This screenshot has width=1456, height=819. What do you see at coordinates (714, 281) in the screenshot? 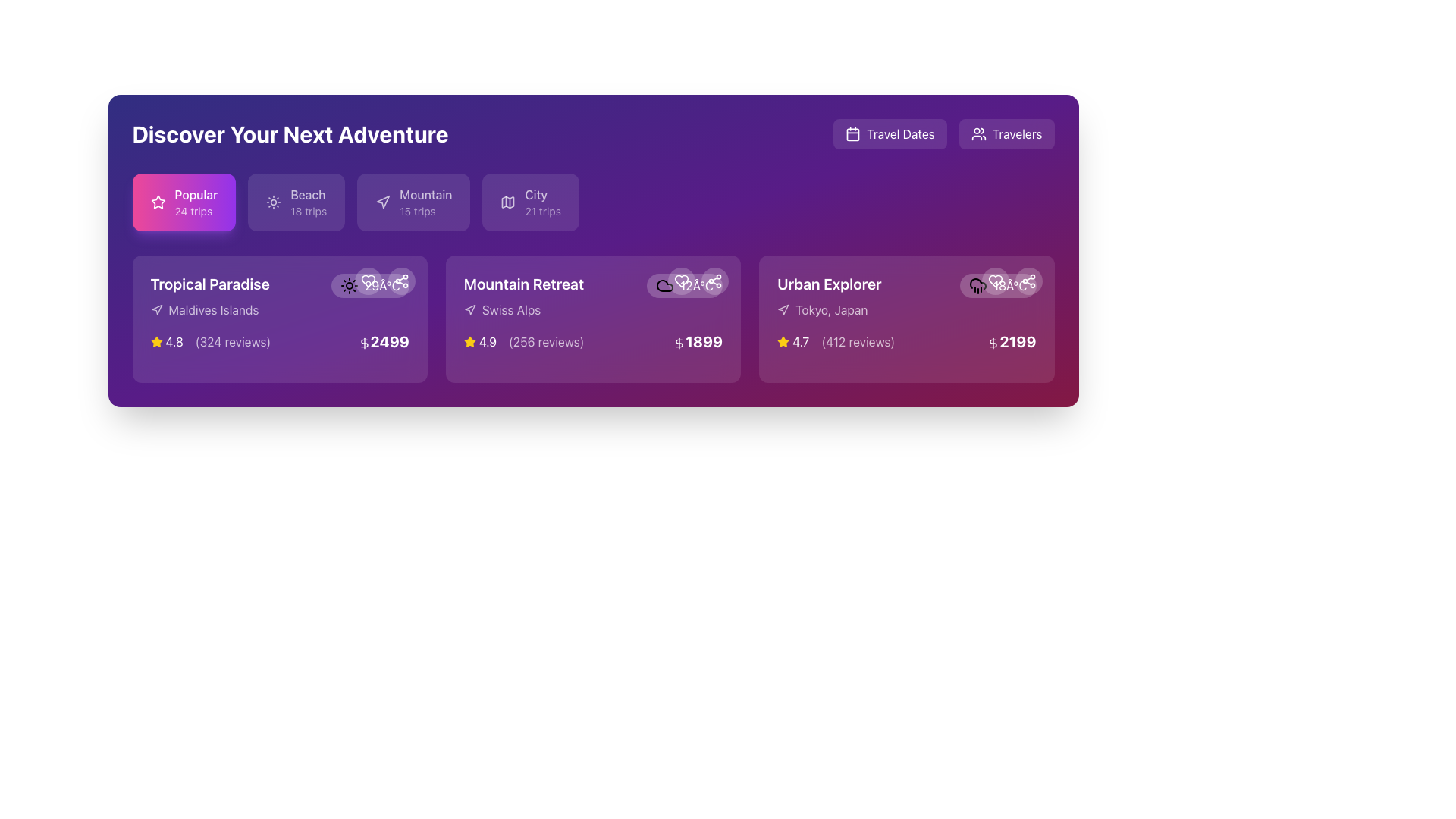
I see `the 'Share' icon button located in the top-right area of the 'Mountain Retreat' card to initiate sharing functionality` at bounding box center [714, 281].